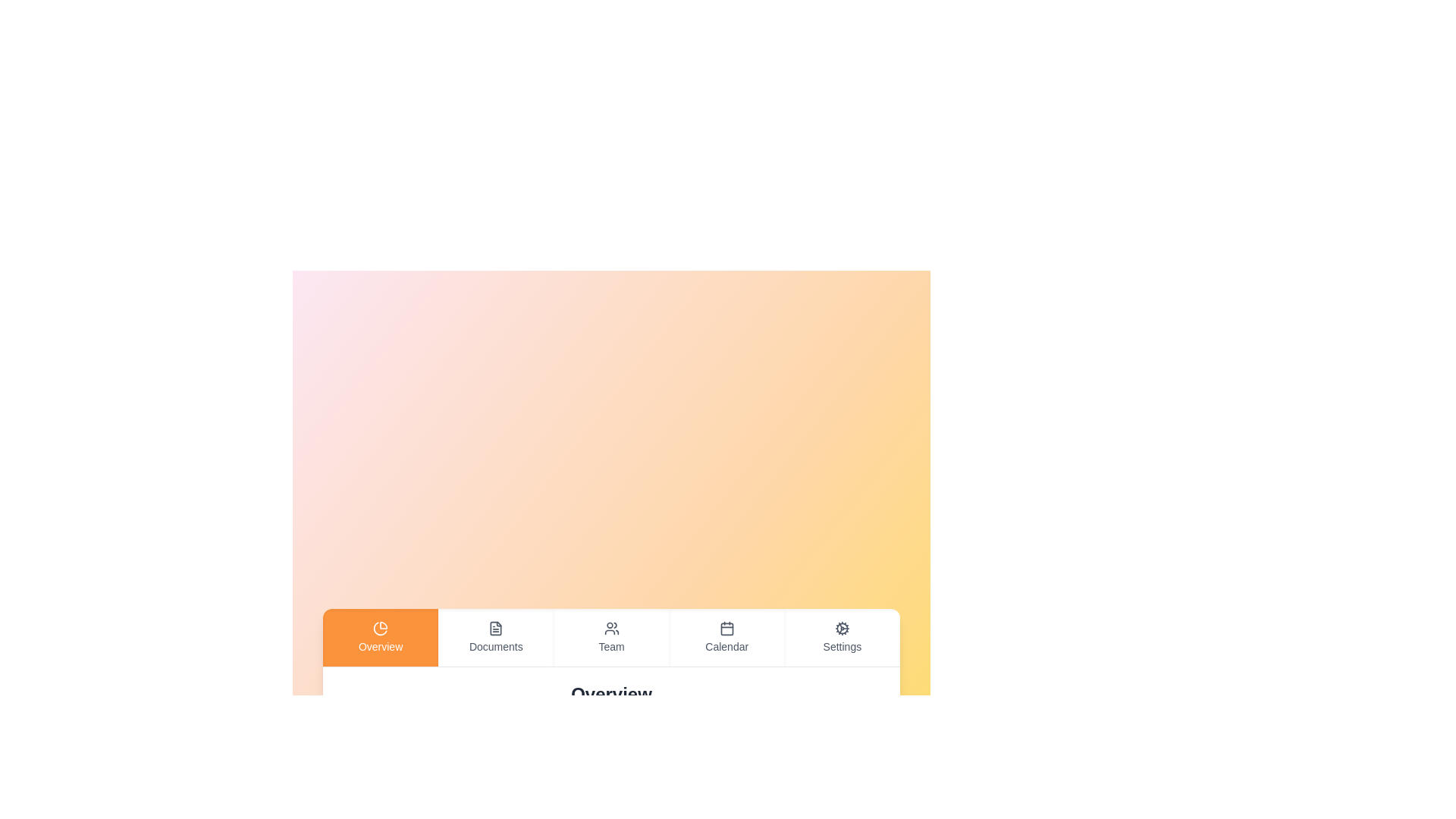 The width and height of the screenshot is (1456, 819). What do you see at coordinates (841, 628) in the screenshot?
I see `the cogwheel icon representing settings located at the rightmost end of the bottom navigation bar` at bounding box center [841, 628].